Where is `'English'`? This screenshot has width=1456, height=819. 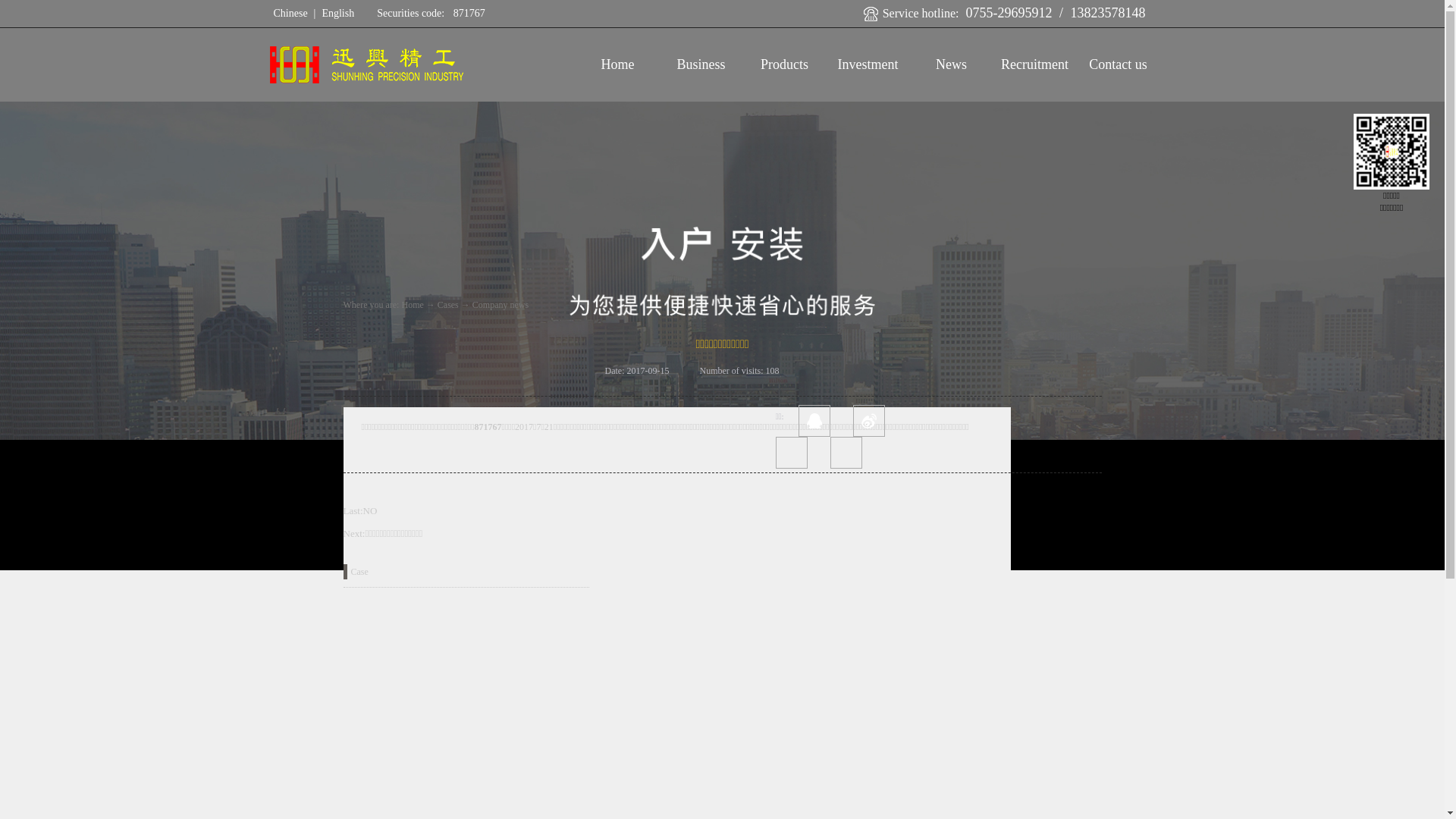 'English' is located at coordinates (337, 13).